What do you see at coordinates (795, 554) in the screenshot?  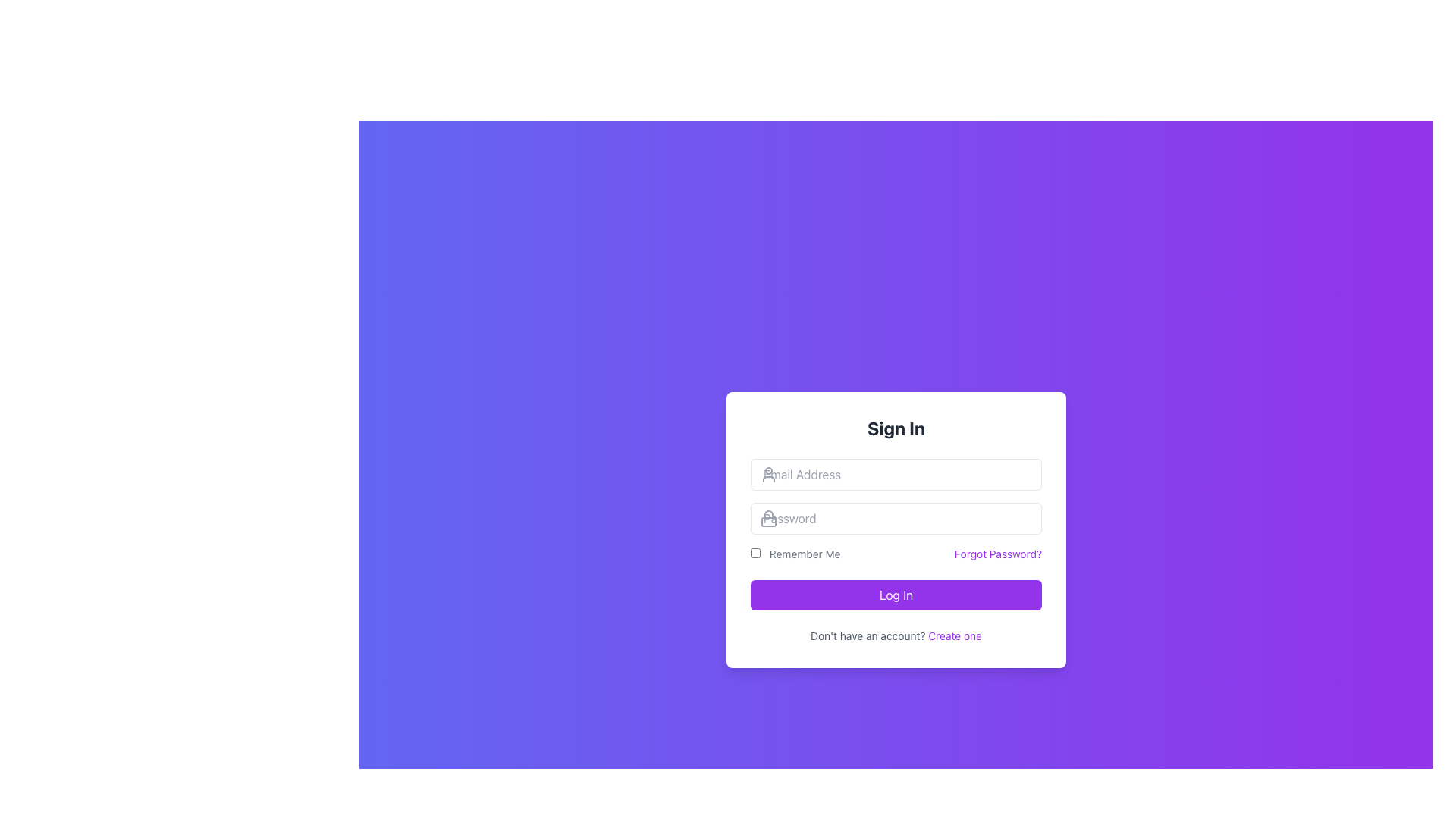 I see `the 'Remember Me' text label, which is a small gray font label positioned to the right of a checkbox in the login form interface` at bounding box center [795, 554].